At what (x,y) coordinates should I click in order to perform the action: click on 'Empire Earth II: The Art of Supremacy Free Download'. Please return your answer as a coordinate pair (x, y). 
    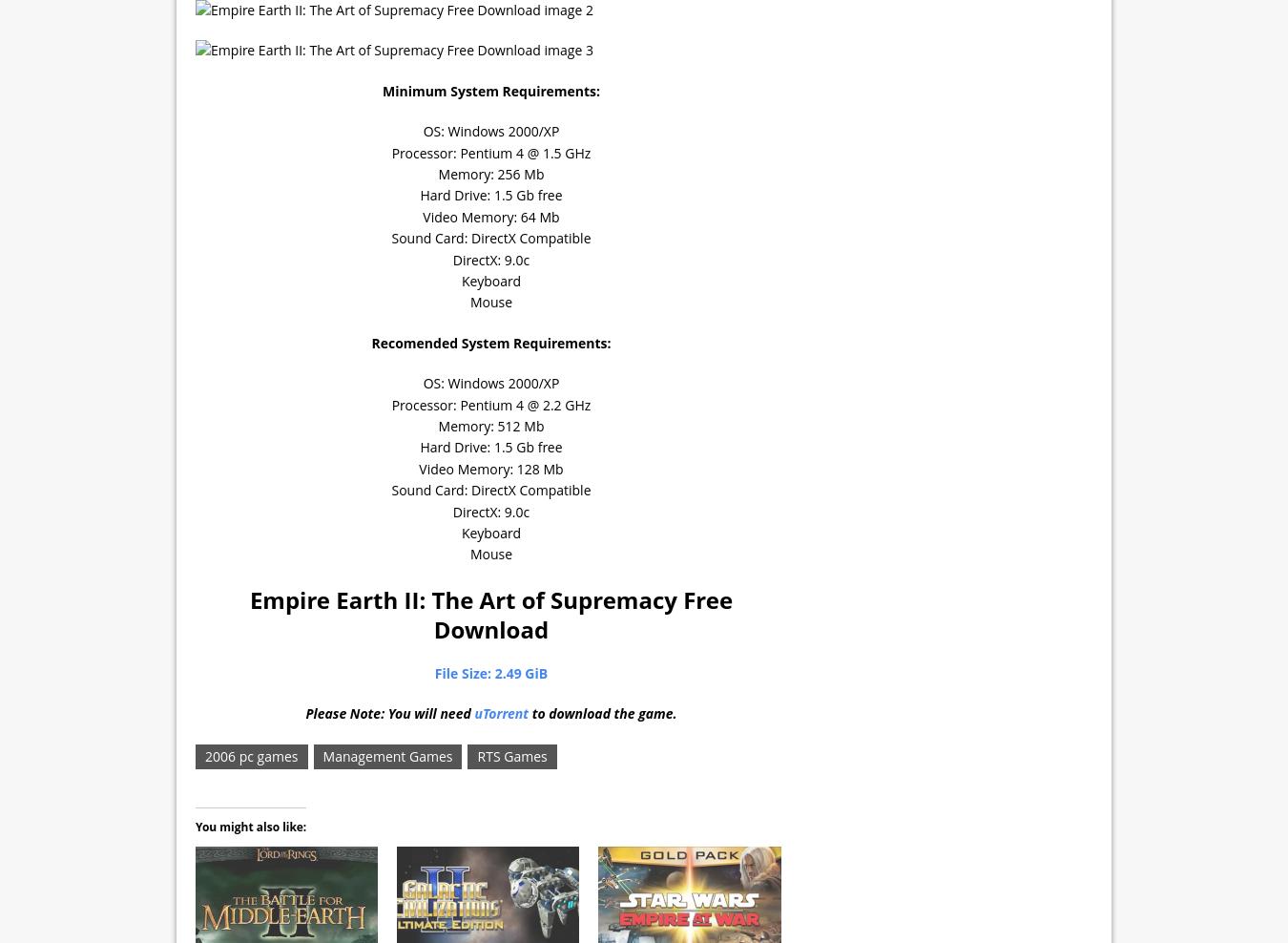
    Looking at the image, I should click on (489, 612).